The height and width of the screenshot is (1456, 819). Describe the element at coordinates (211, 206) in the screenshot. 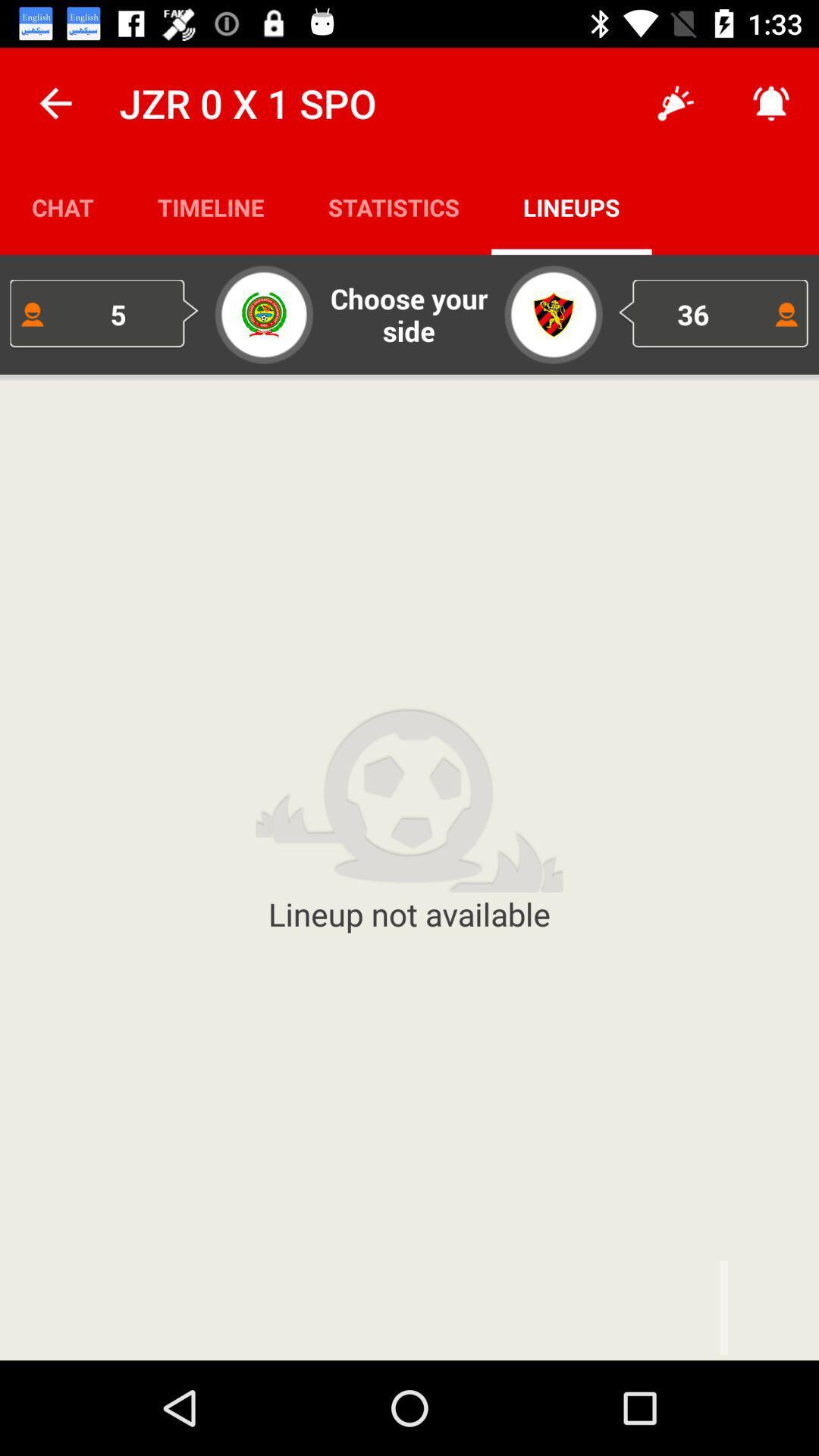

I see `item next to the chat` at that location.